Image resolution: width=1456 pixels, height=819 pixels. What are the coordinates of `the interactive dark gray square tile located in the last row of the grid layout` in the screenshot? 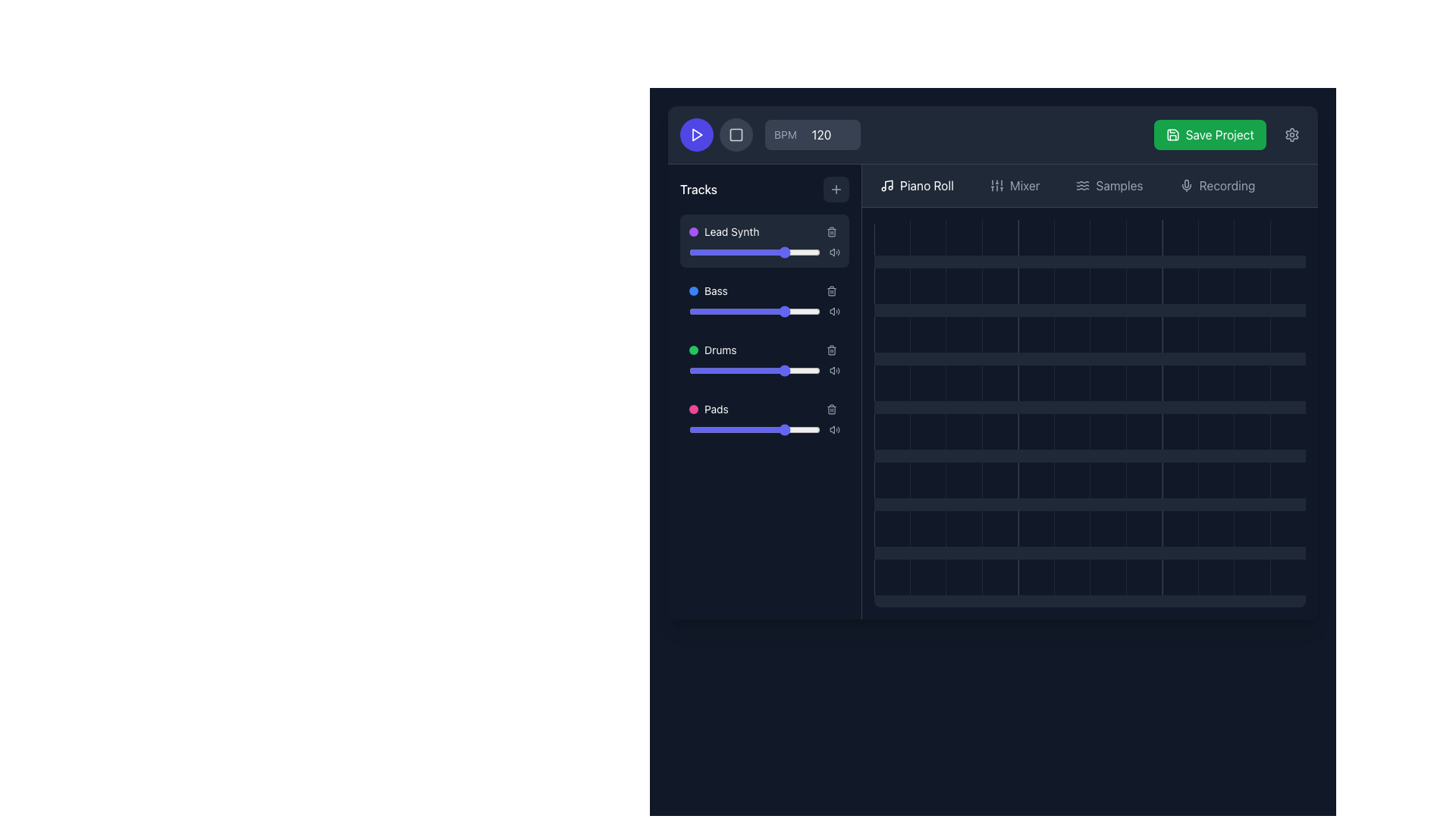 It's located at (1252, 577).